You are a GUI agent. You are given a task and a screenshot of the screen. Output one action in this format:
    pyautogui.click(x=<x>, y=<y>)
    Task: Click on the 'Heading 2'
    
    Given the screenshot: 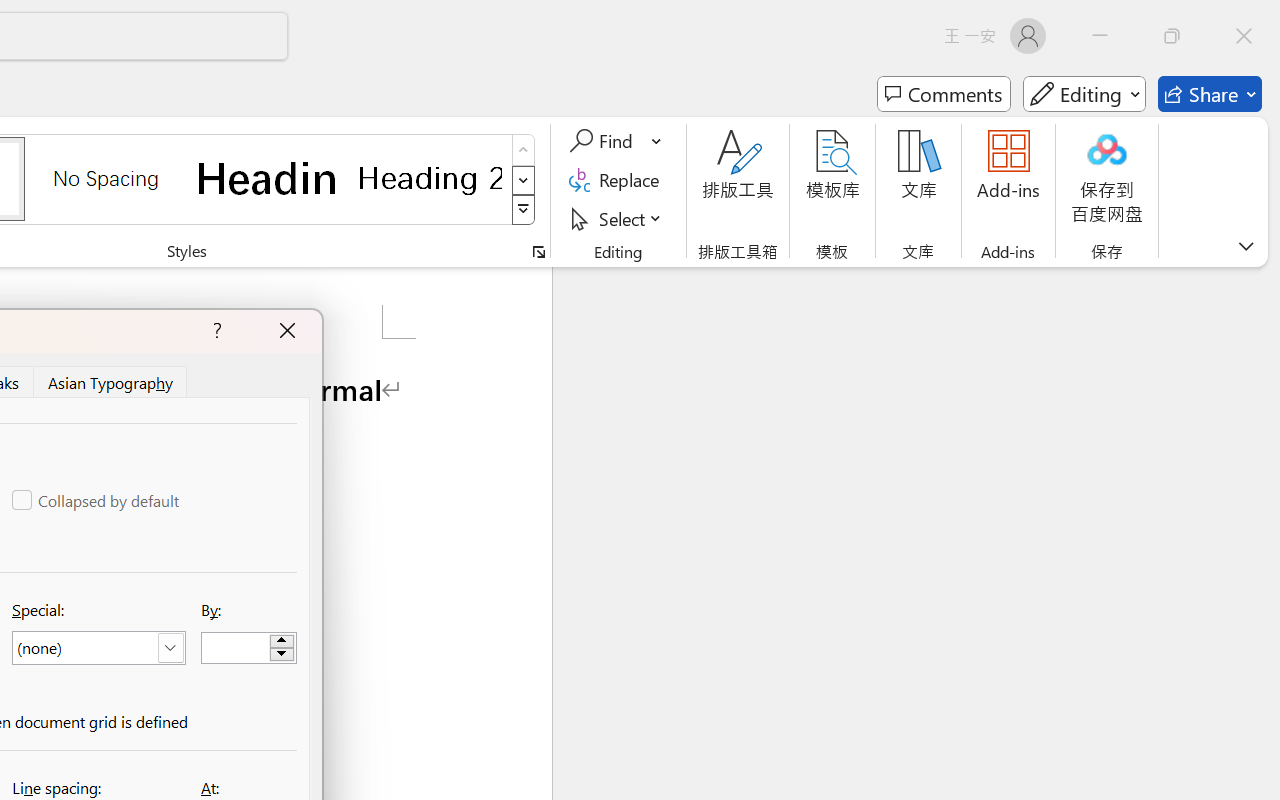 What is the action you would take?
    pyautogui.click(x=429, y=177)
    